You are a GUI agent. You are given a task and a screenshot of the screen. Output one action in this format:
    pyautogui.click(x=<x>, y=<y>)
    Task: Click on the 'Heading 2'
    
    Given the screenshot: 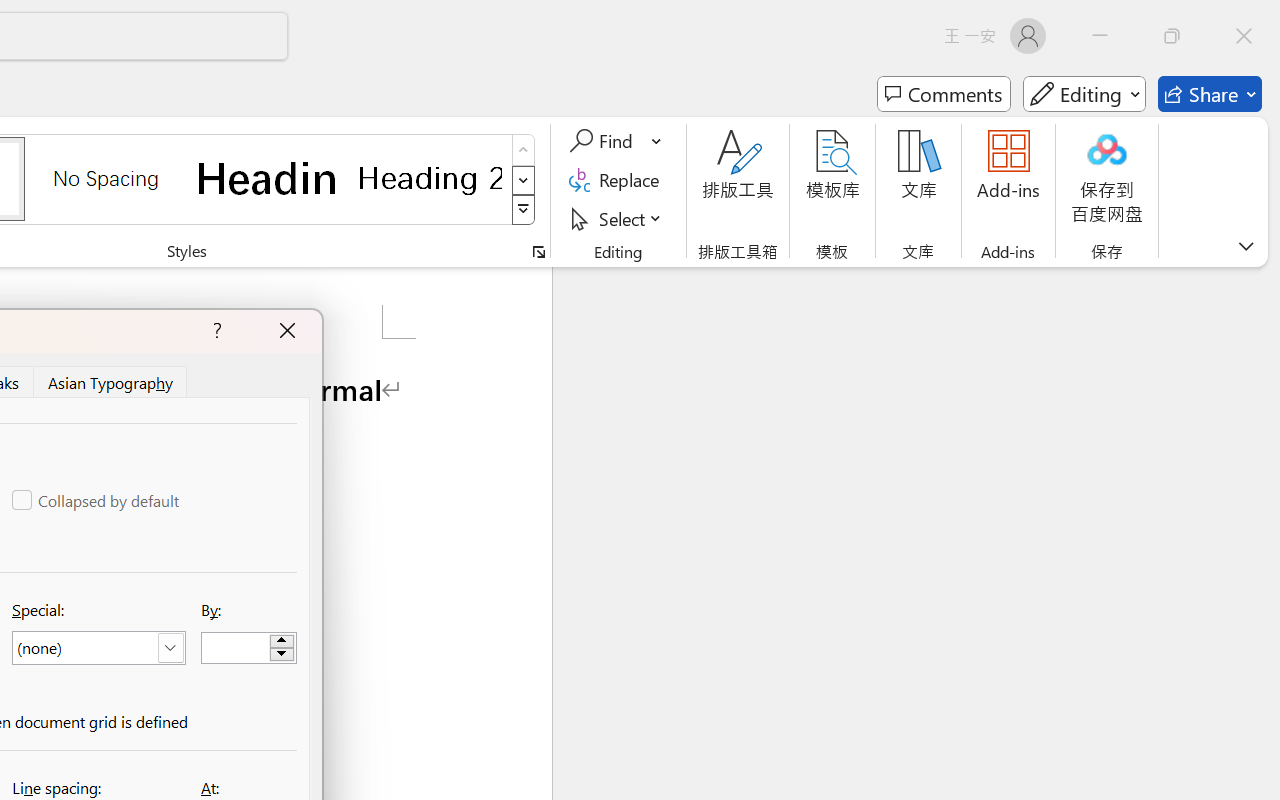 What is the action you would take?
    pyautogui.click(x=429, y=177)
    